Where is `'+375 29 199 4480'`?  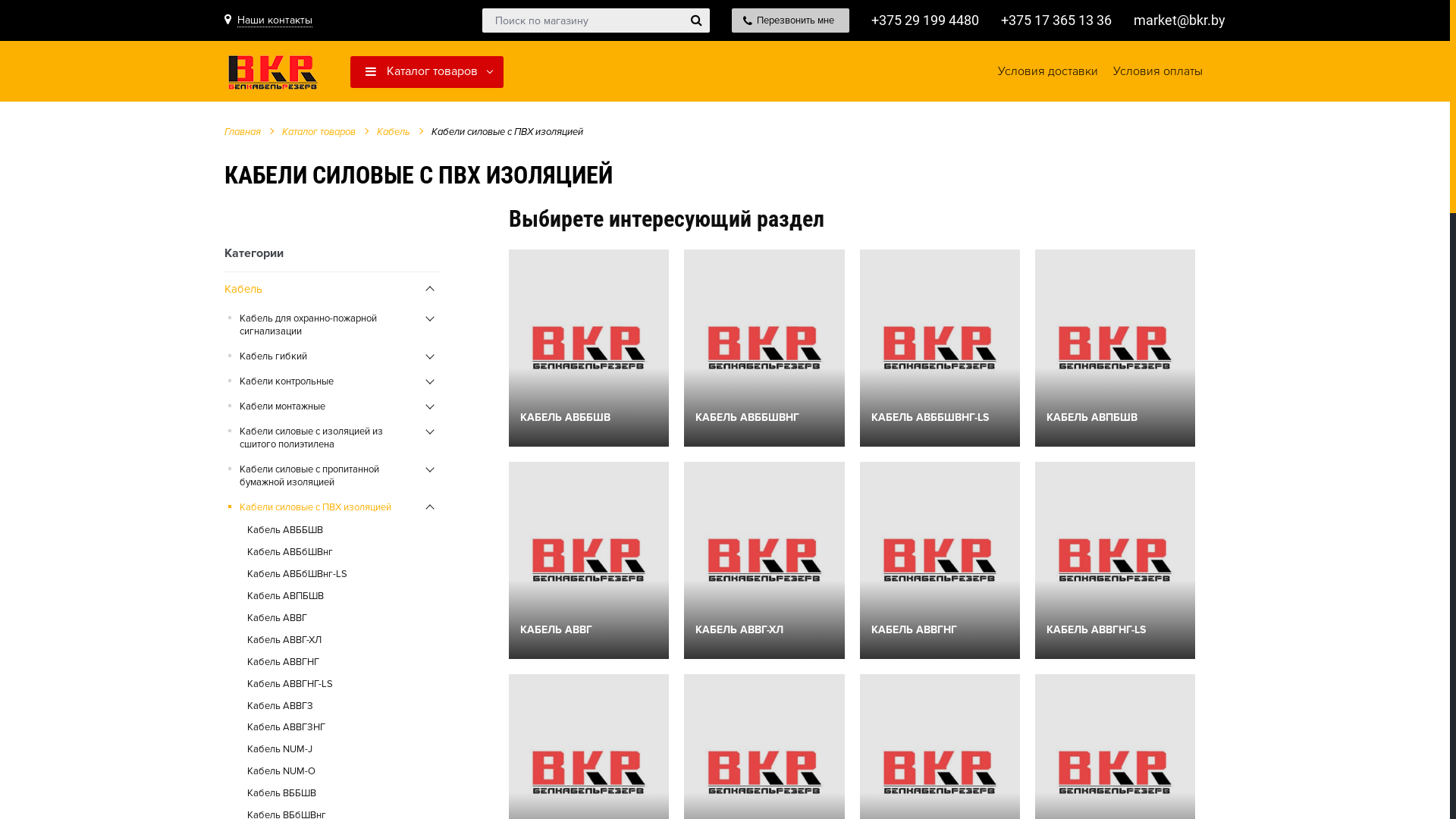
'+375 29 199 4480' is located at coordinates (924, 20).